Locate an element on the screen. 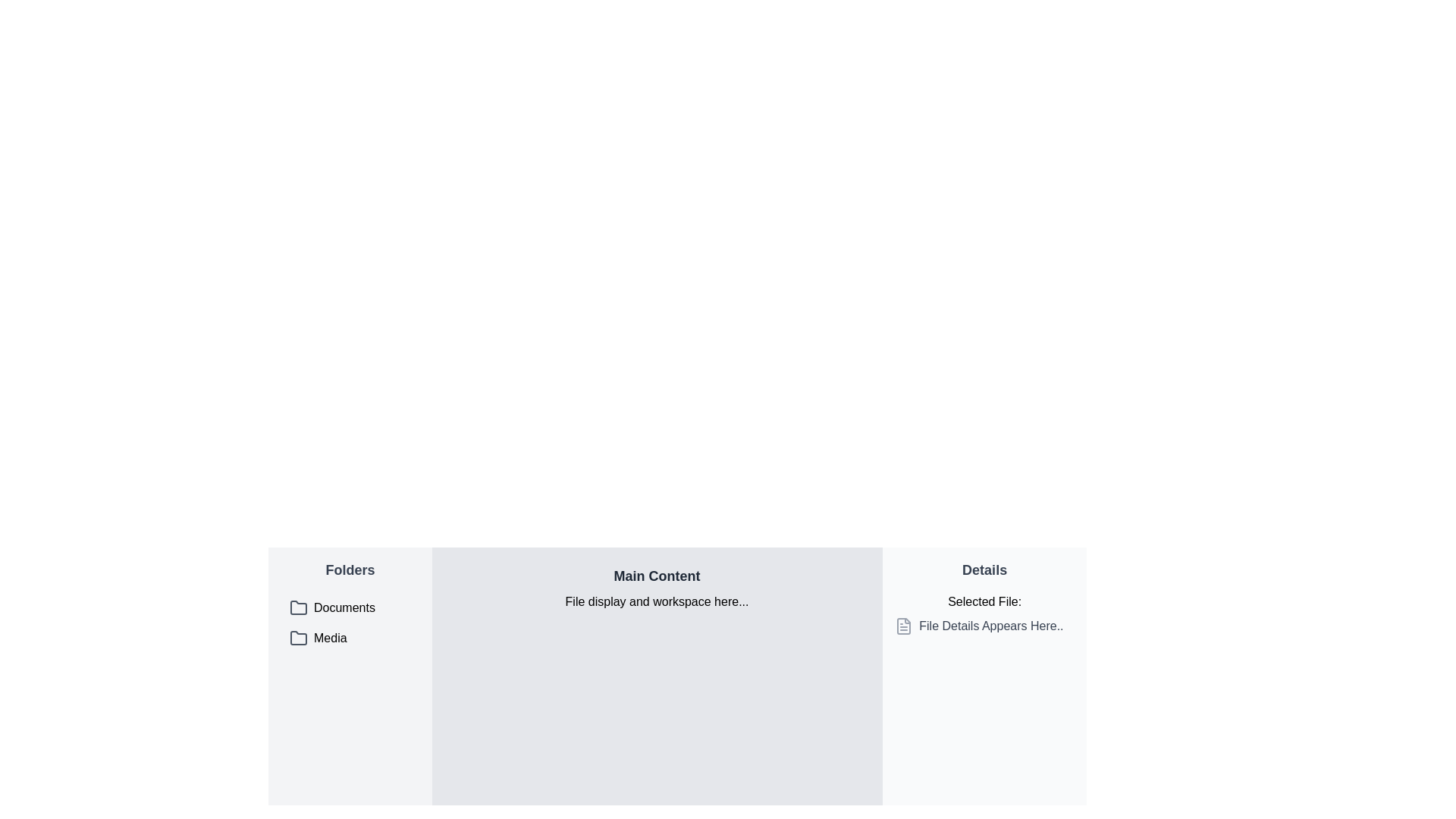 Image resolution: width=1456 pixels, height=819 pixels. the static text label that serves as a header for file selection details, located in the top section of the 'Details' panel on the right is located at coordinates (984, 601).